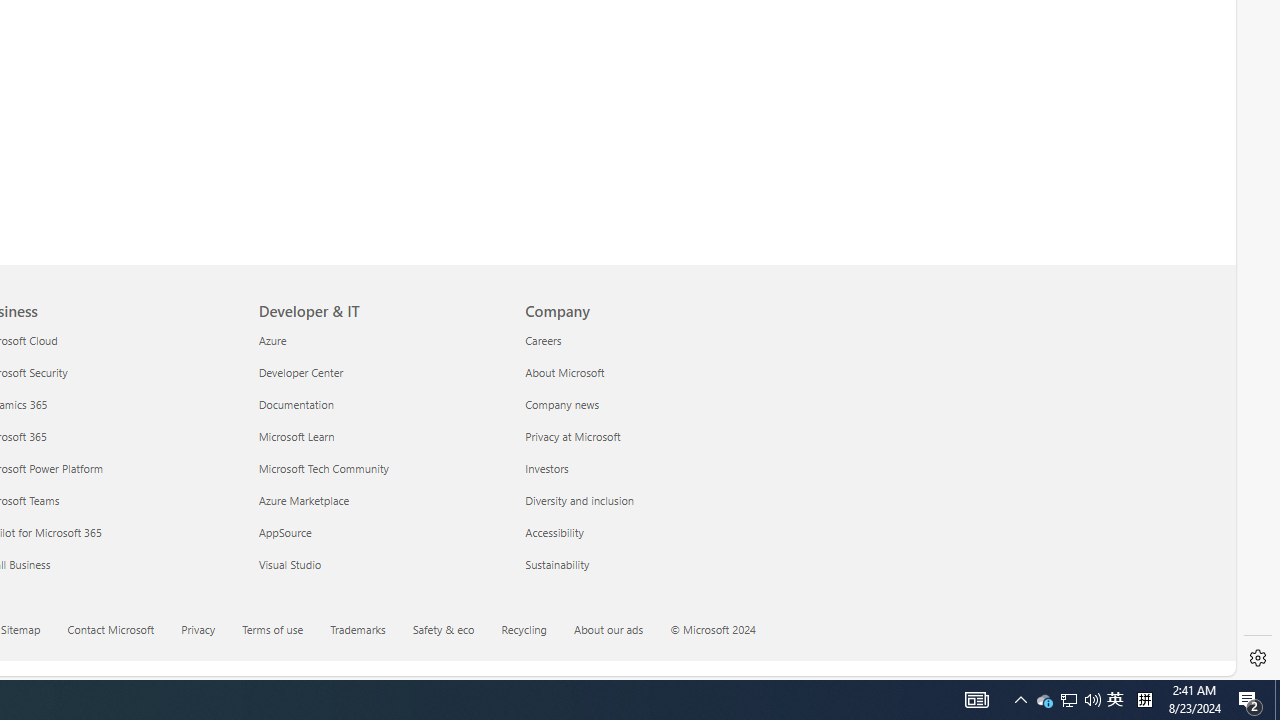 This screenshot has height=720, width=1280. What do you see at coordinates (109, 627) in the screenshot?
I see `'Contact Microsoft'` at bounding box center [109, 627].